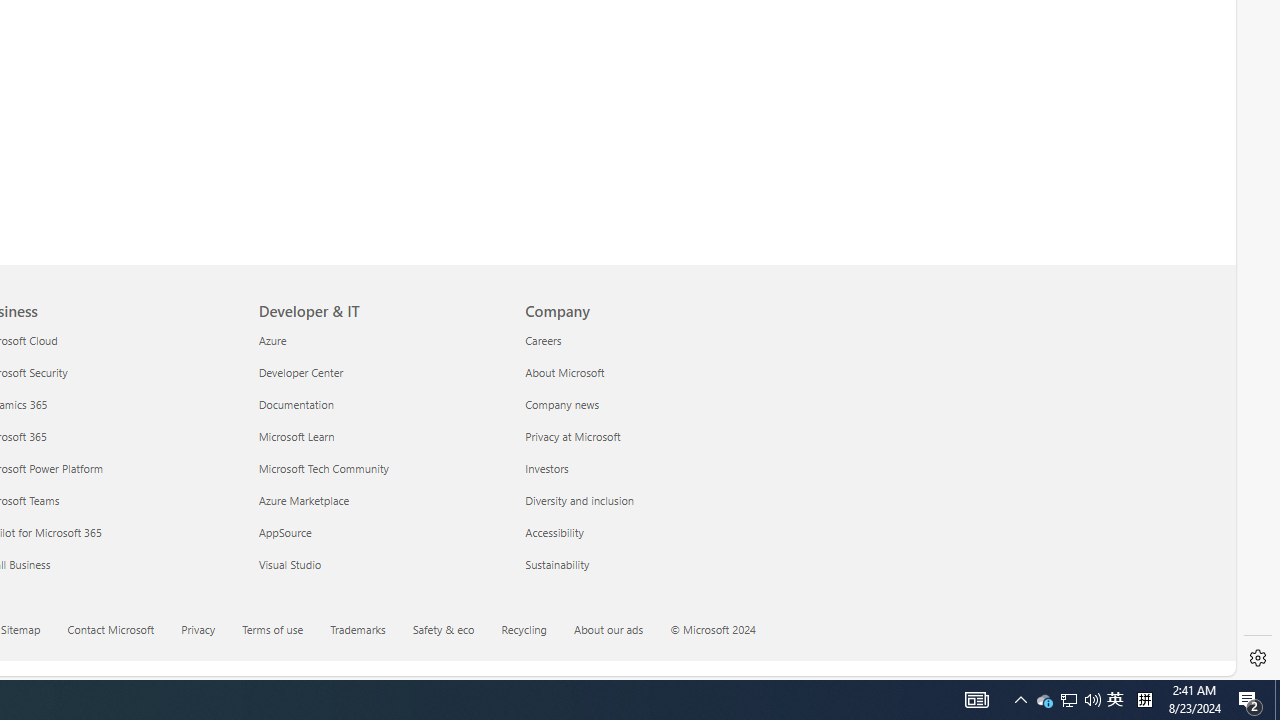 This screenshot has height=720, width=1280. What do you see at coordinates (109, 627) in the screenshot?
I see `'Contact Microsoft'` at bounding box center [109, 627].